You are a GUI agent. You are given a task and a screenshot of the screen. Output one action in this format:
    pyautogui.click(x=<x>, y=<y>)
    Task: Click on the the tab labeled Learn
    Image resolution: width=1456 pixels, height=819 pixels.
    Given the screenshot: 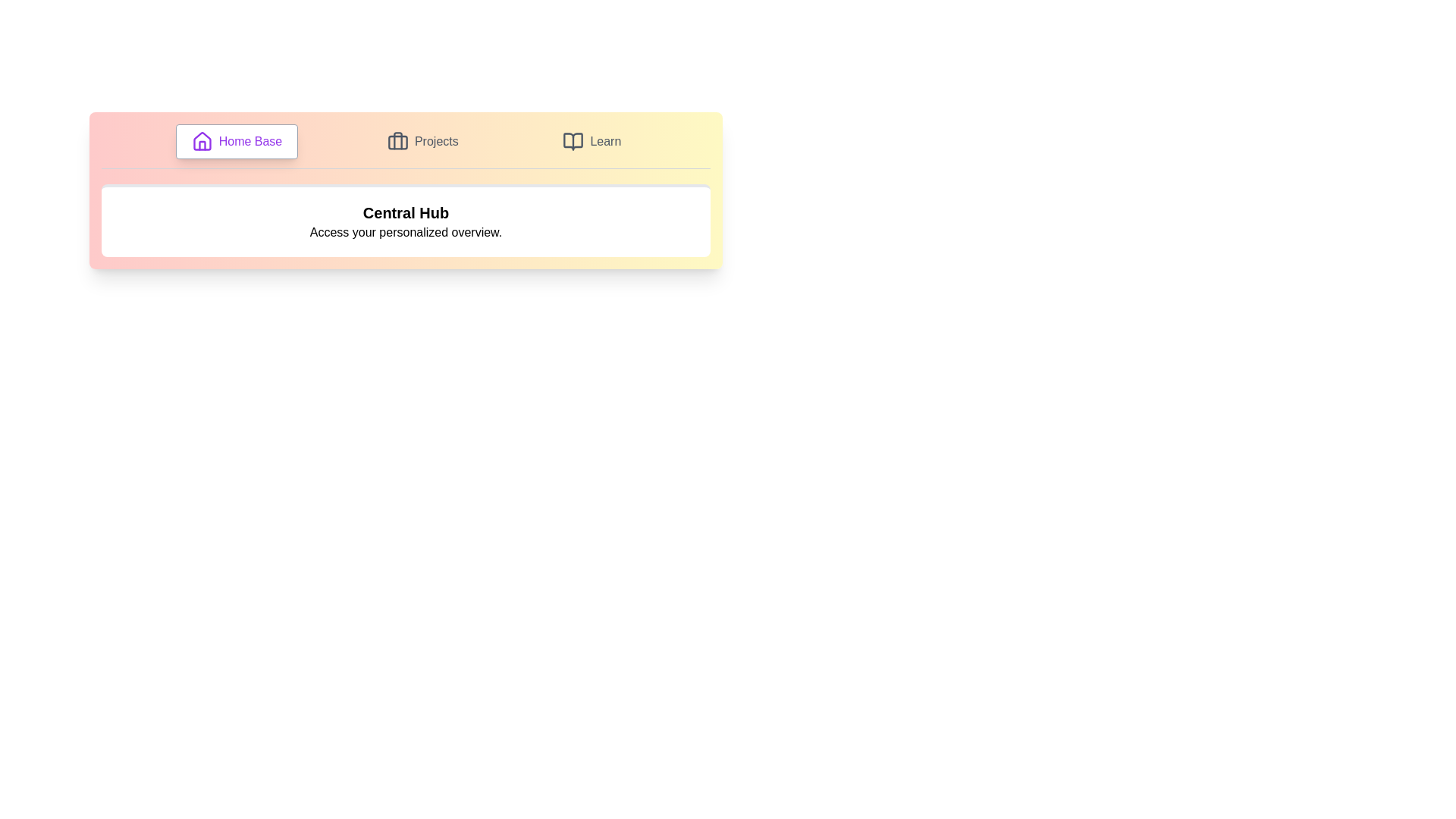 What is the action you would take?
    pyautogui.click(x=590, y=141)
    